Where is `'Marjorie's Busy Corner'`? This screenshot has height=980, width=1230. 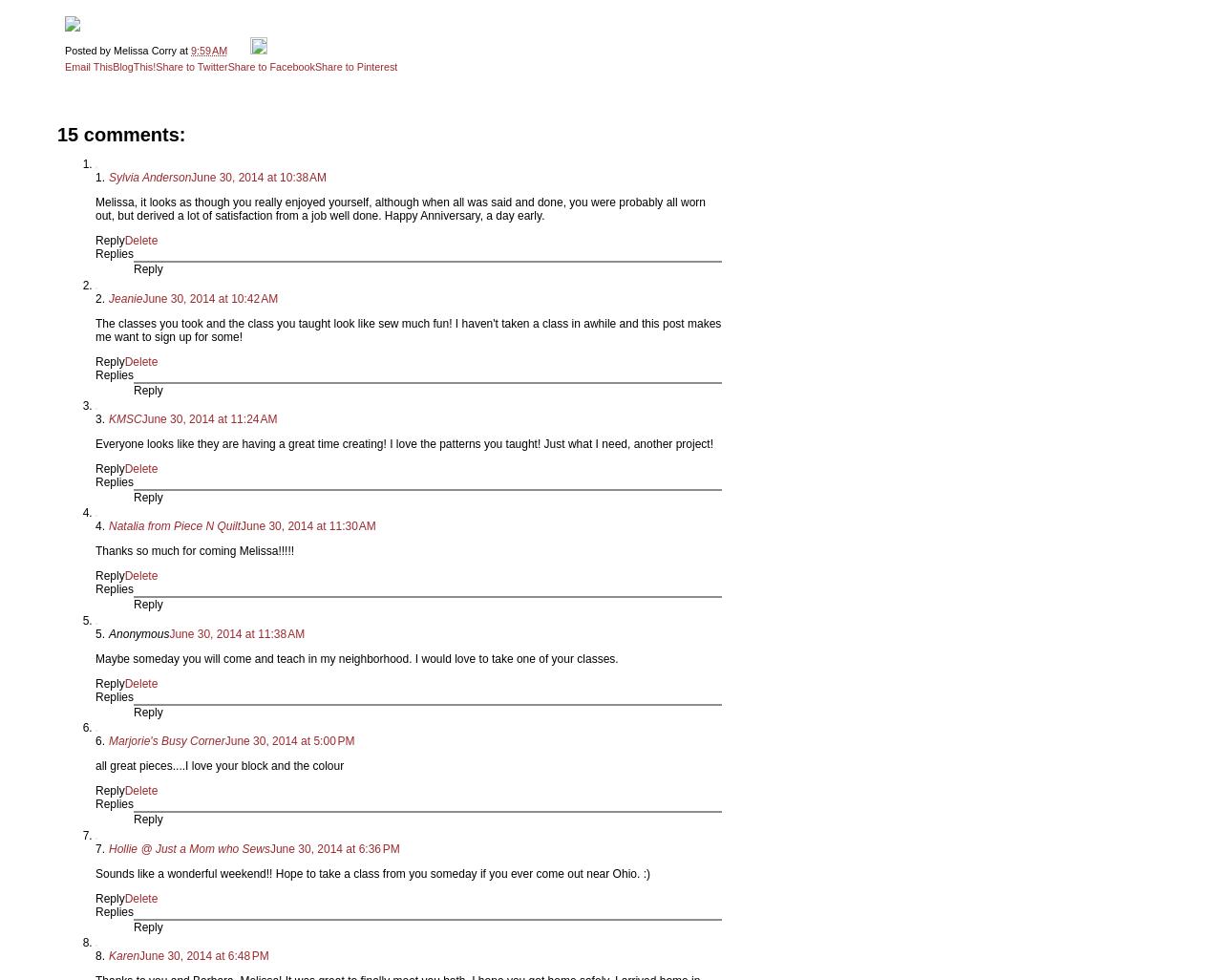
'Marjorie's Busy Corner' is located at coordinates (108, 739).